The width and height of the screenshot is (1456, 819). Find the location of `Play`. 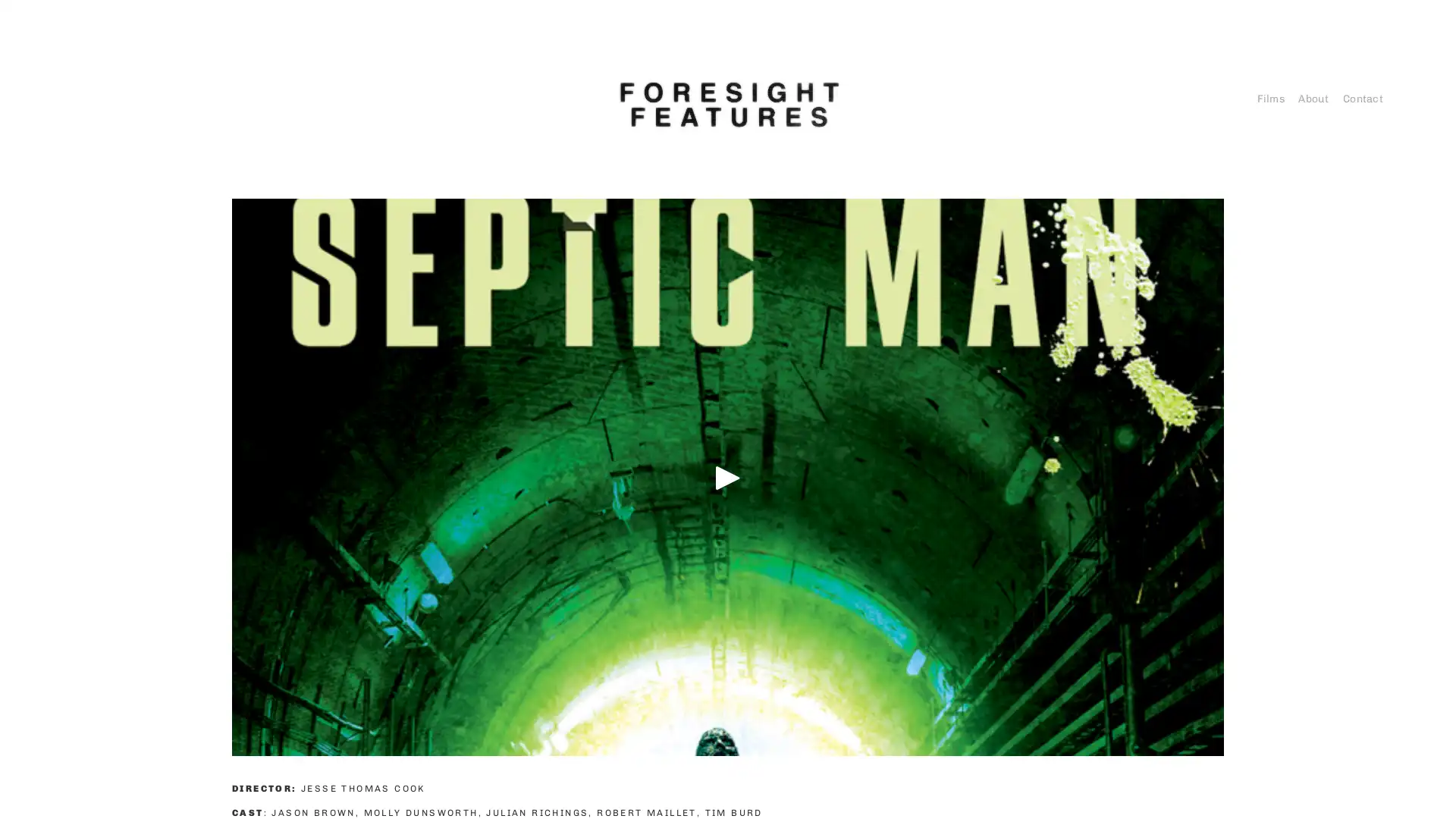

Play is located at coordinates (728, 475).